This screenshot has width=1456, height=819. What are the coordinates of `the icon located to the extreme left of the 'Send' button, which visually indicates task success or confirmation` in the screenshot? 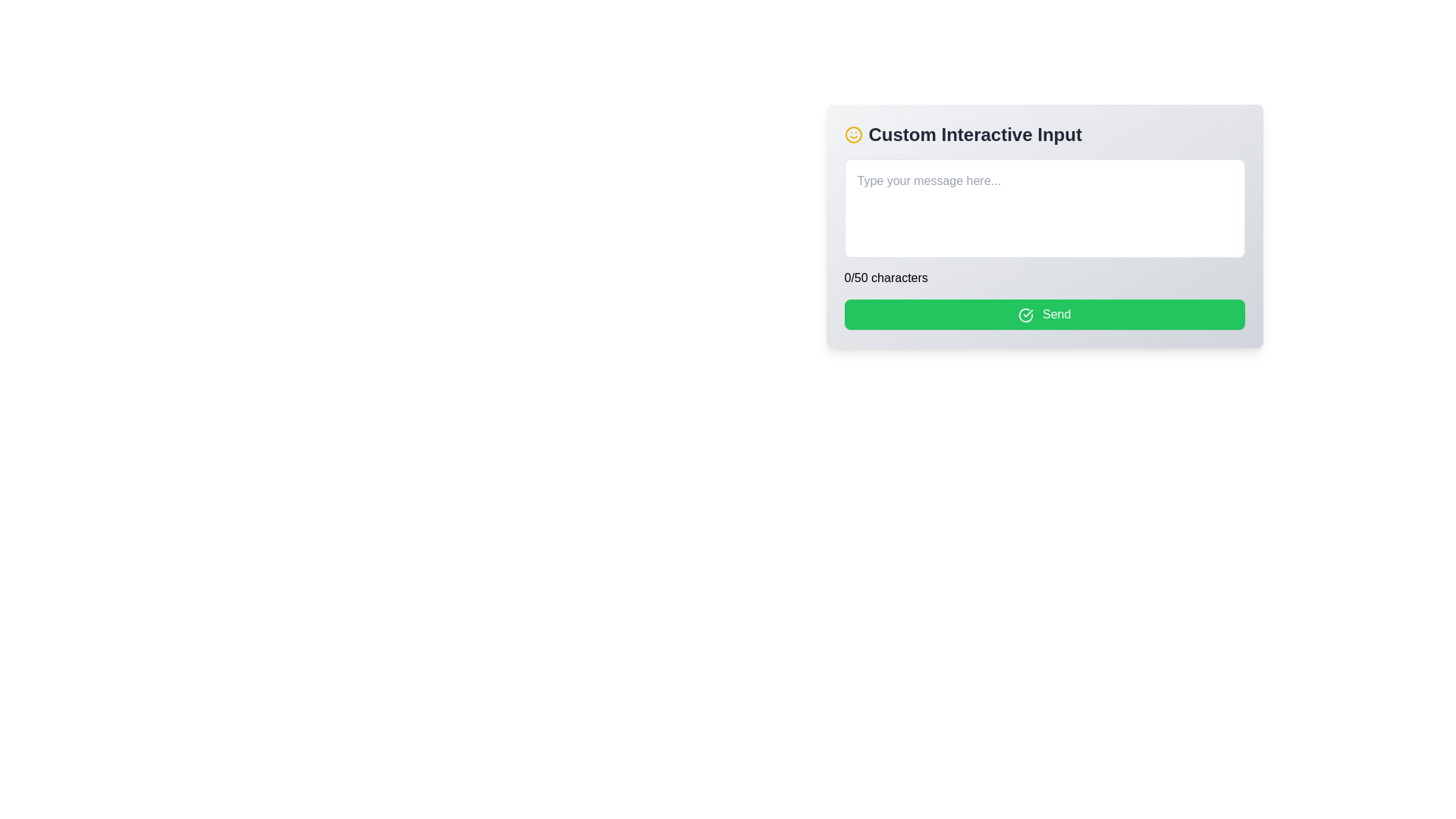 It's located at (1025, 314).